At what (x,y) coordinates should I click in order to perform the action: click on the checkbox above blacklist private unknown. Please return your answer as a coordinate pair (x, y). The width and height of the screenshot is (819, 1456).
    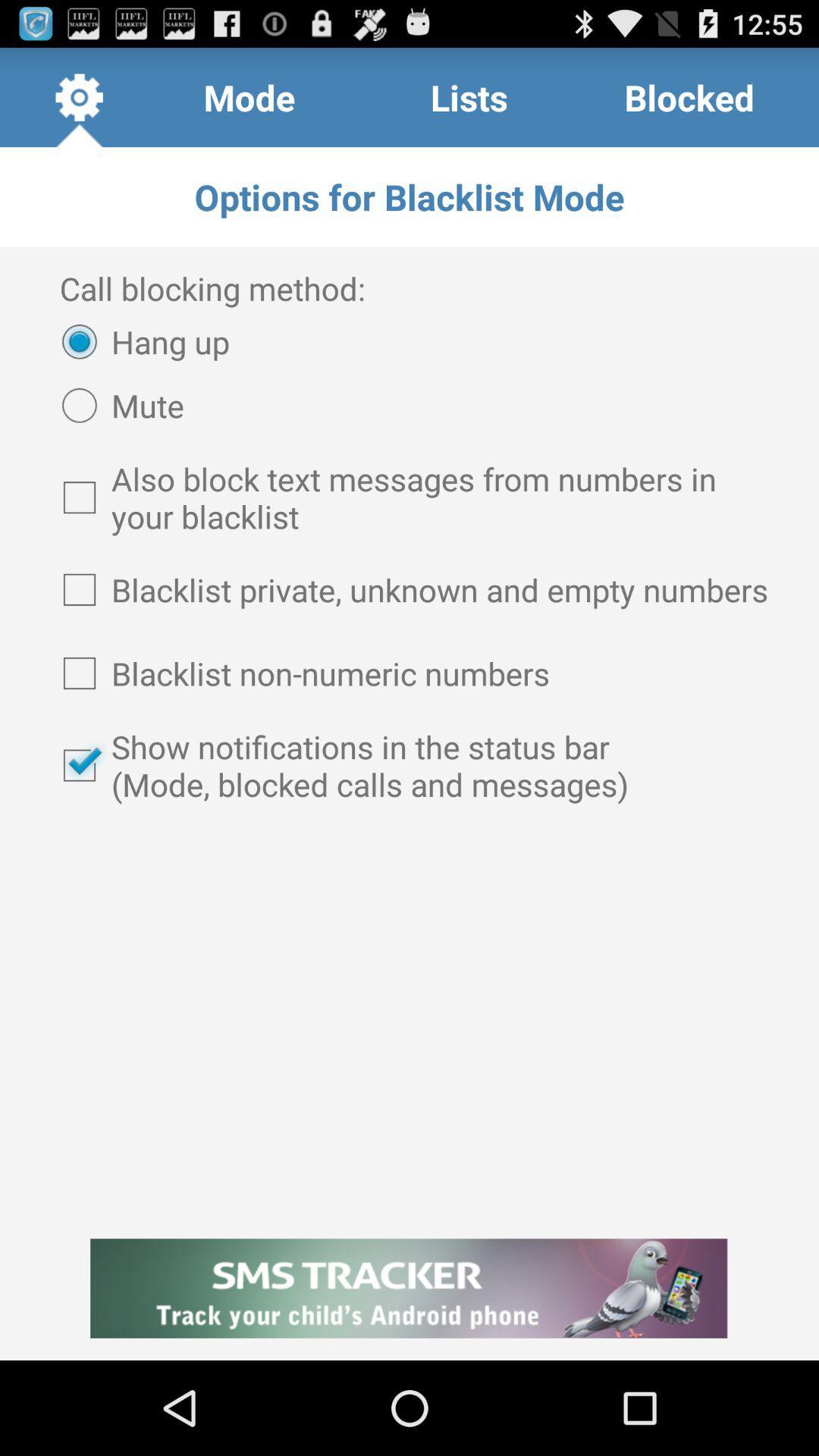
    Looking at the image, I should click on (409, 497).